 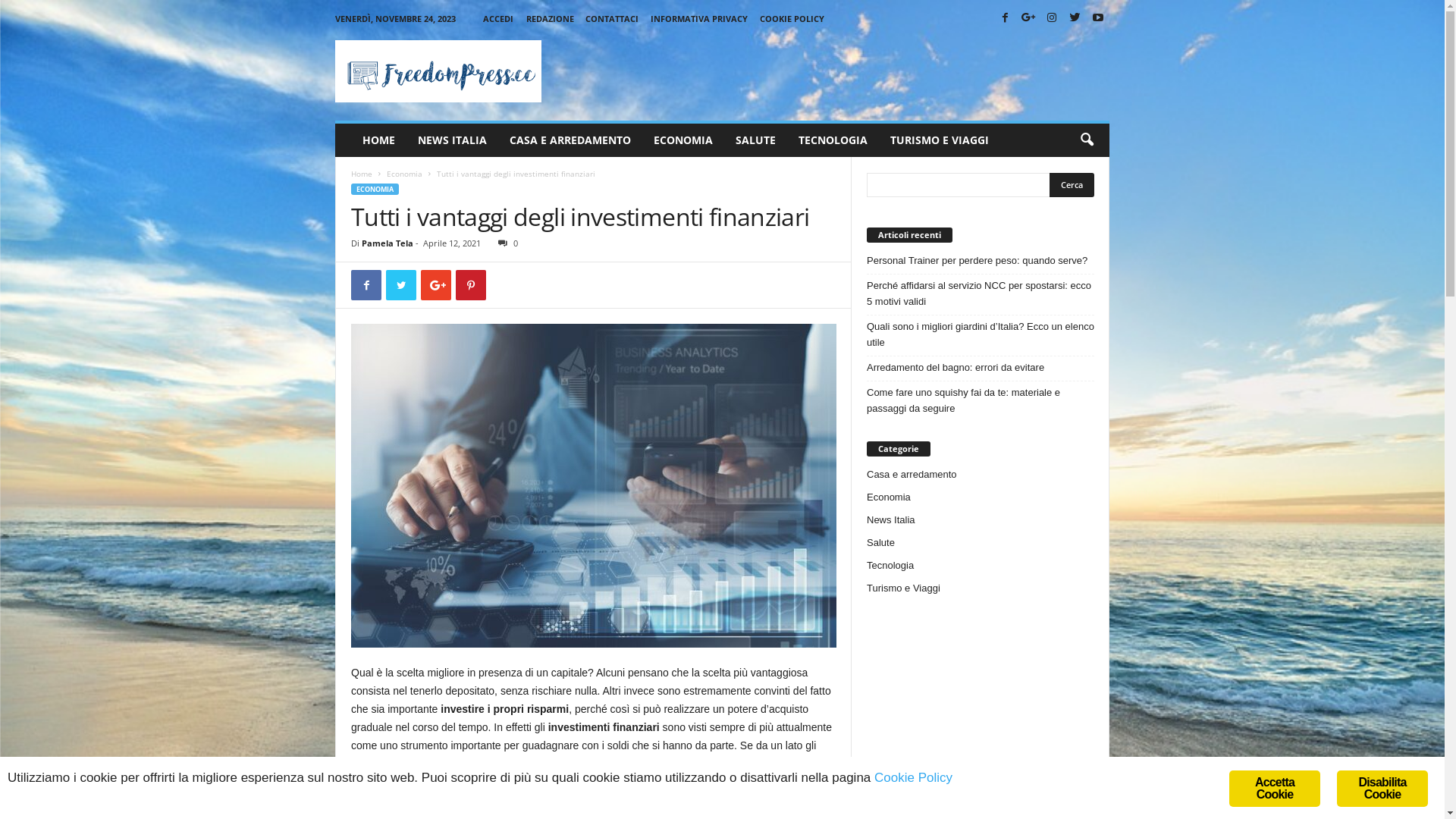 I want to click on 'Turismo e Viaggi', so click(x=903, y=587).